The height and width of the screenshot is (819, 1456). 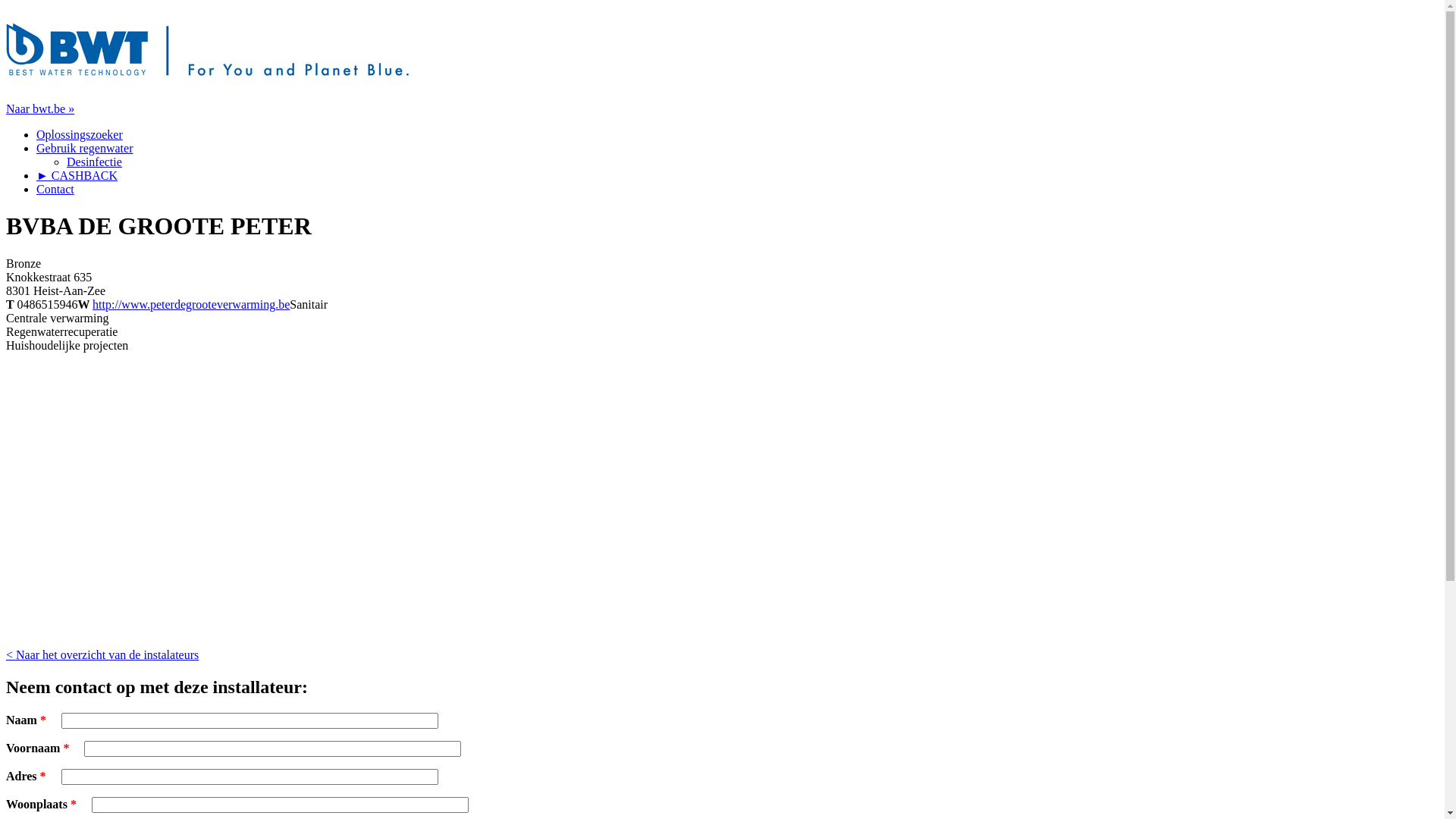 I want to click on 'Home', so click(x=6, y=83).